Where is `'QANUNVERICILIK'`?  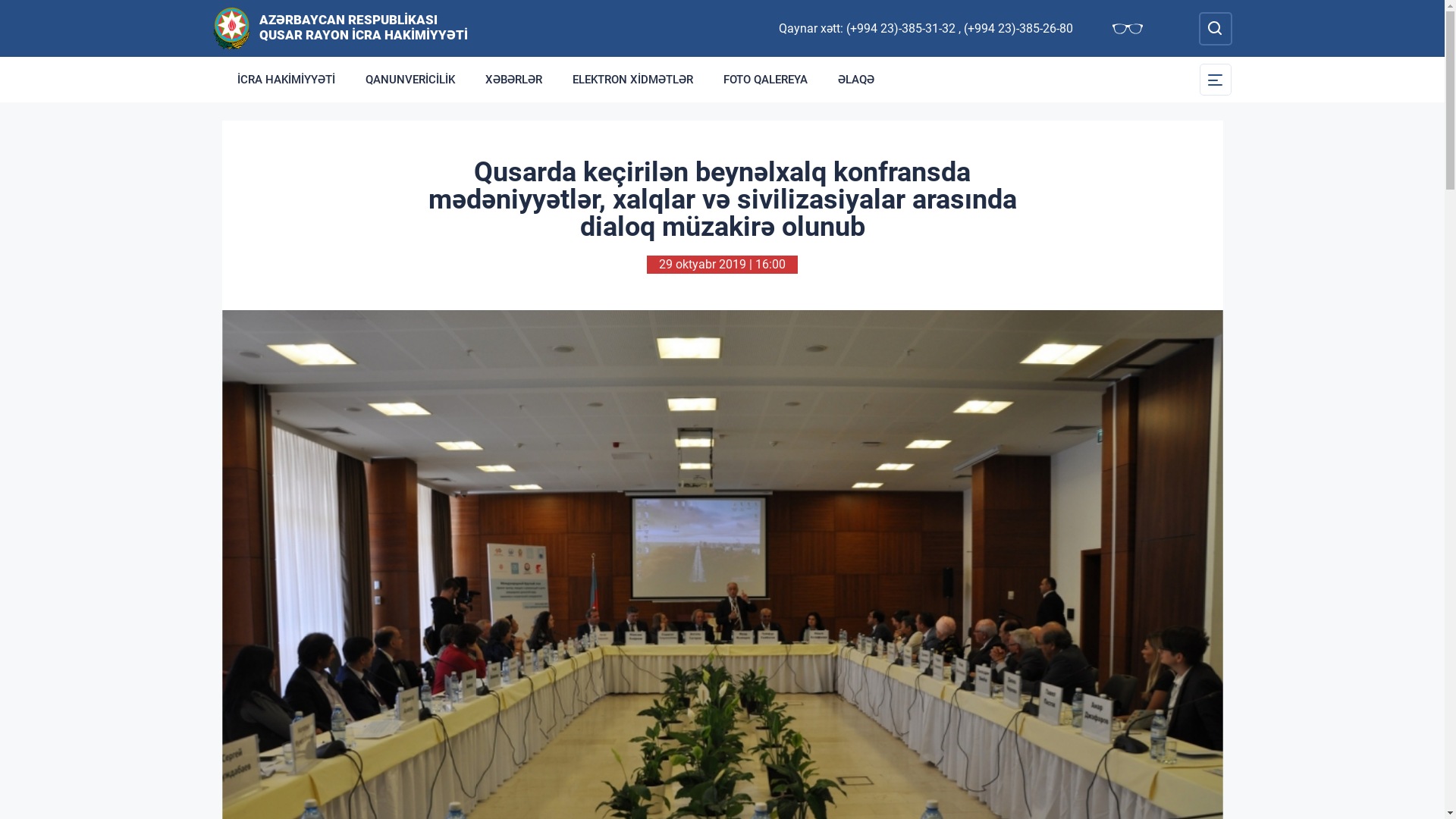 'QANUNVERICILIK' is located at coordinates (410, 79).